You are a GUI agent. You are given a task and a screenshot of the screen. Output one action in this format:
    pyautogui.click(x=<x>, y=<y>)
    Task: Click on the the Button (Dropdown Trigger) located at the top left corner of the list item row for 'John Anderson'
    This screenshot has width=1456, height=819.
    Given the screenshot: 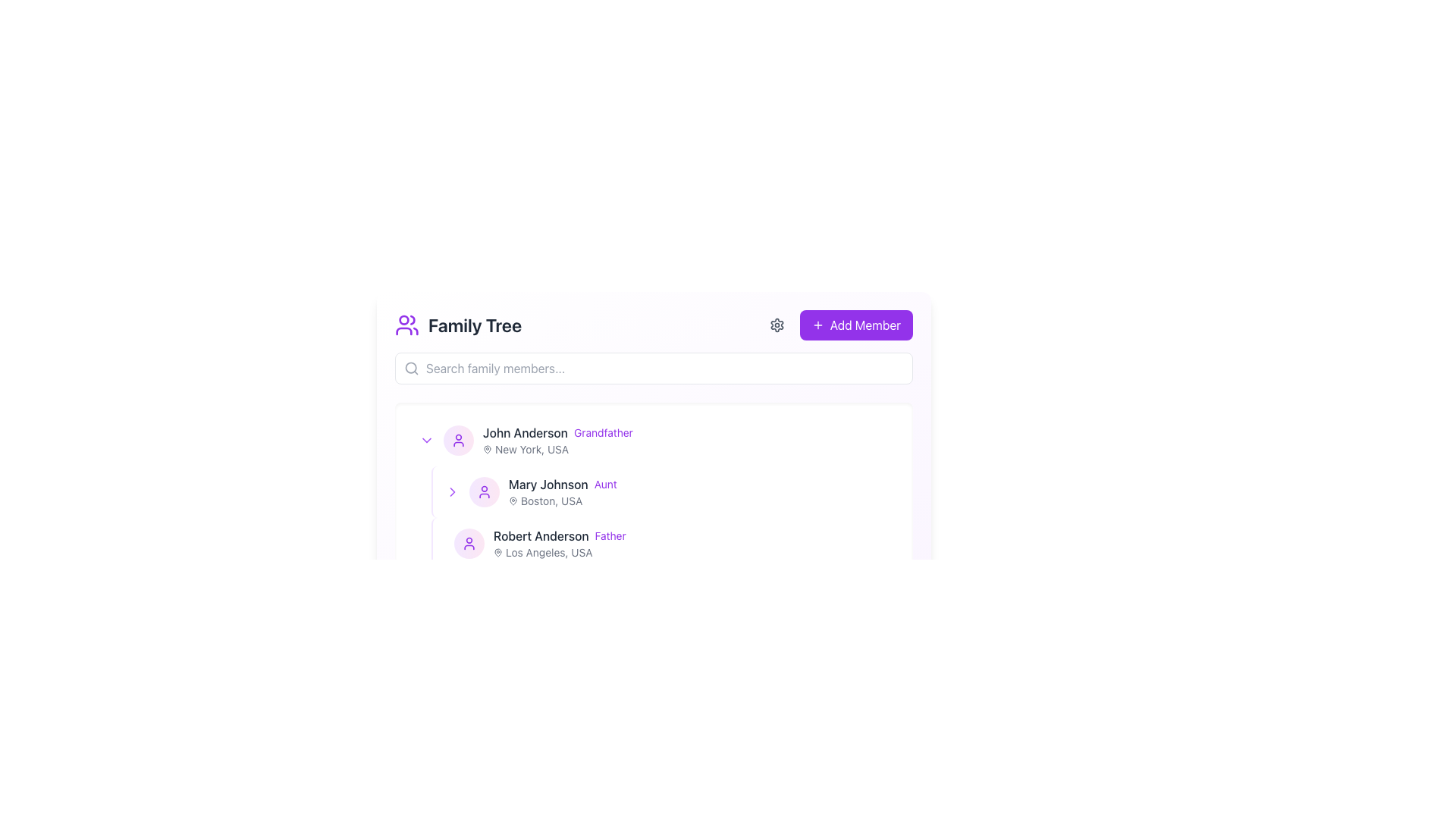 What is the action you would take?
    pyautogui.click(x=425, y=441)
    